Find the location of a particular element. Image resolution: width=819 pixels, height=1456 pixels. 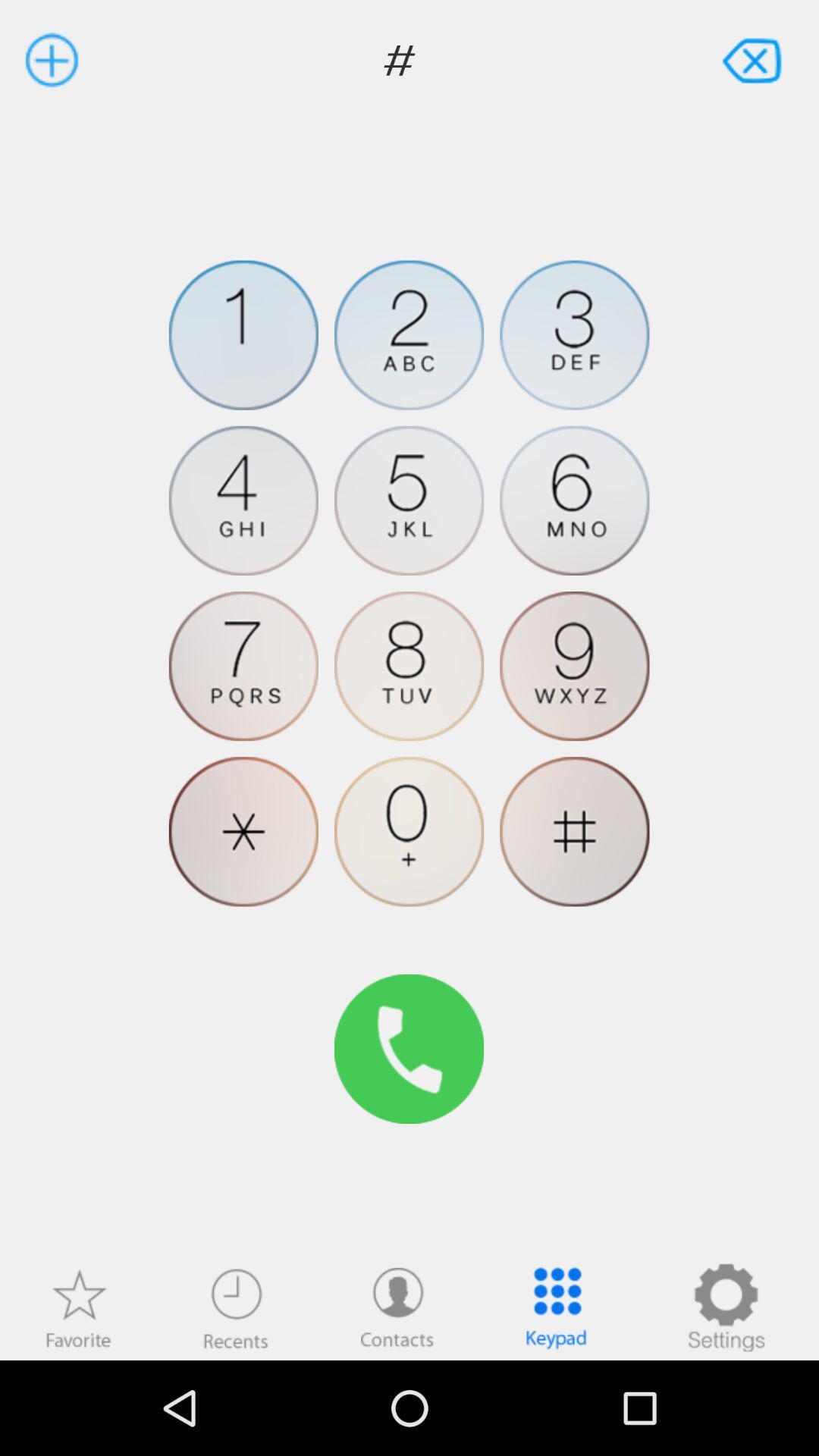

item to the right of the # app is located at coordinates (754, 59).